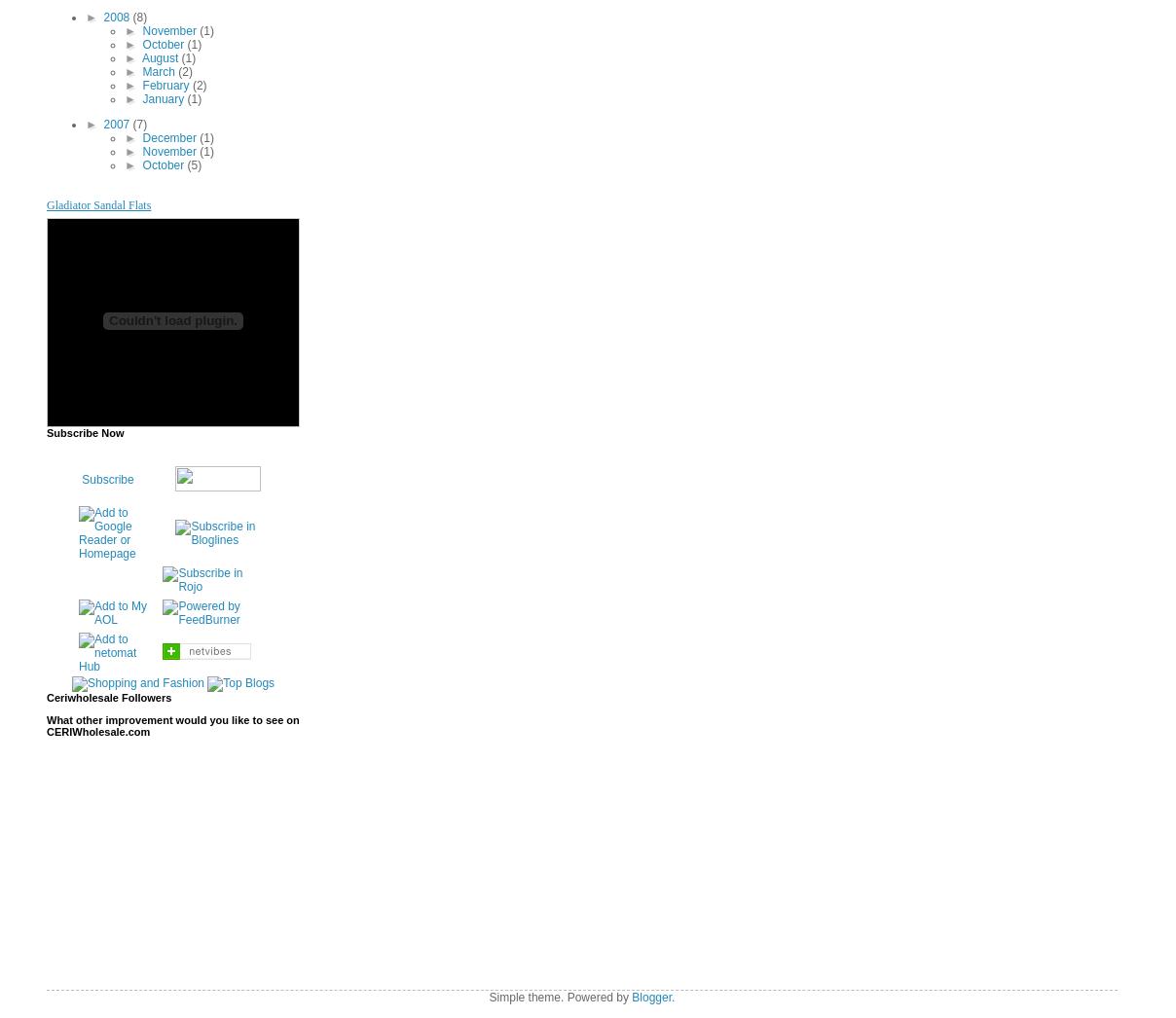  I want to click on '(8)', so click(138, 16).